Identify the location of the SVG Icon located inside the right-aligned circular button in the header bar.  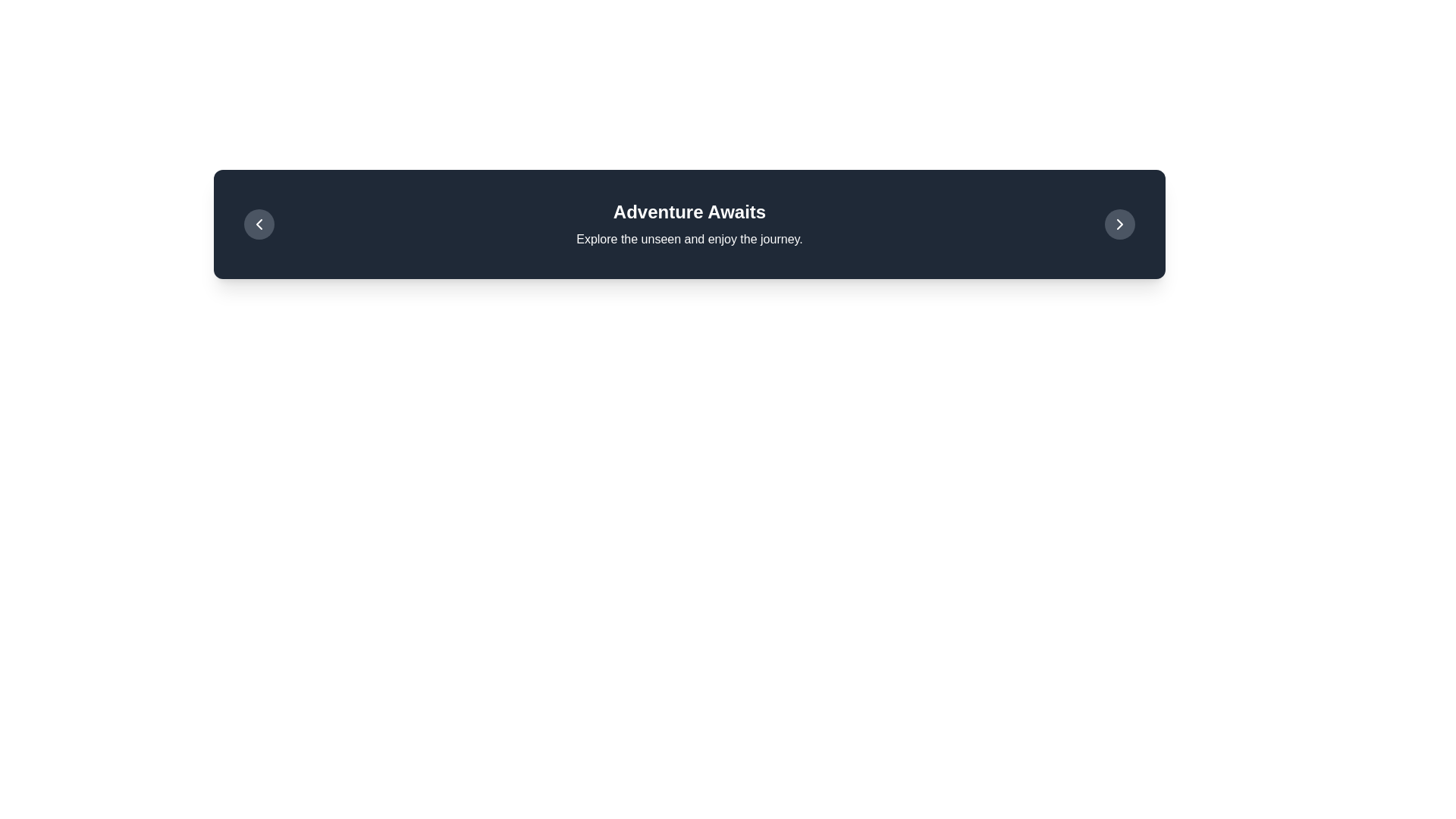
(1120, 224).